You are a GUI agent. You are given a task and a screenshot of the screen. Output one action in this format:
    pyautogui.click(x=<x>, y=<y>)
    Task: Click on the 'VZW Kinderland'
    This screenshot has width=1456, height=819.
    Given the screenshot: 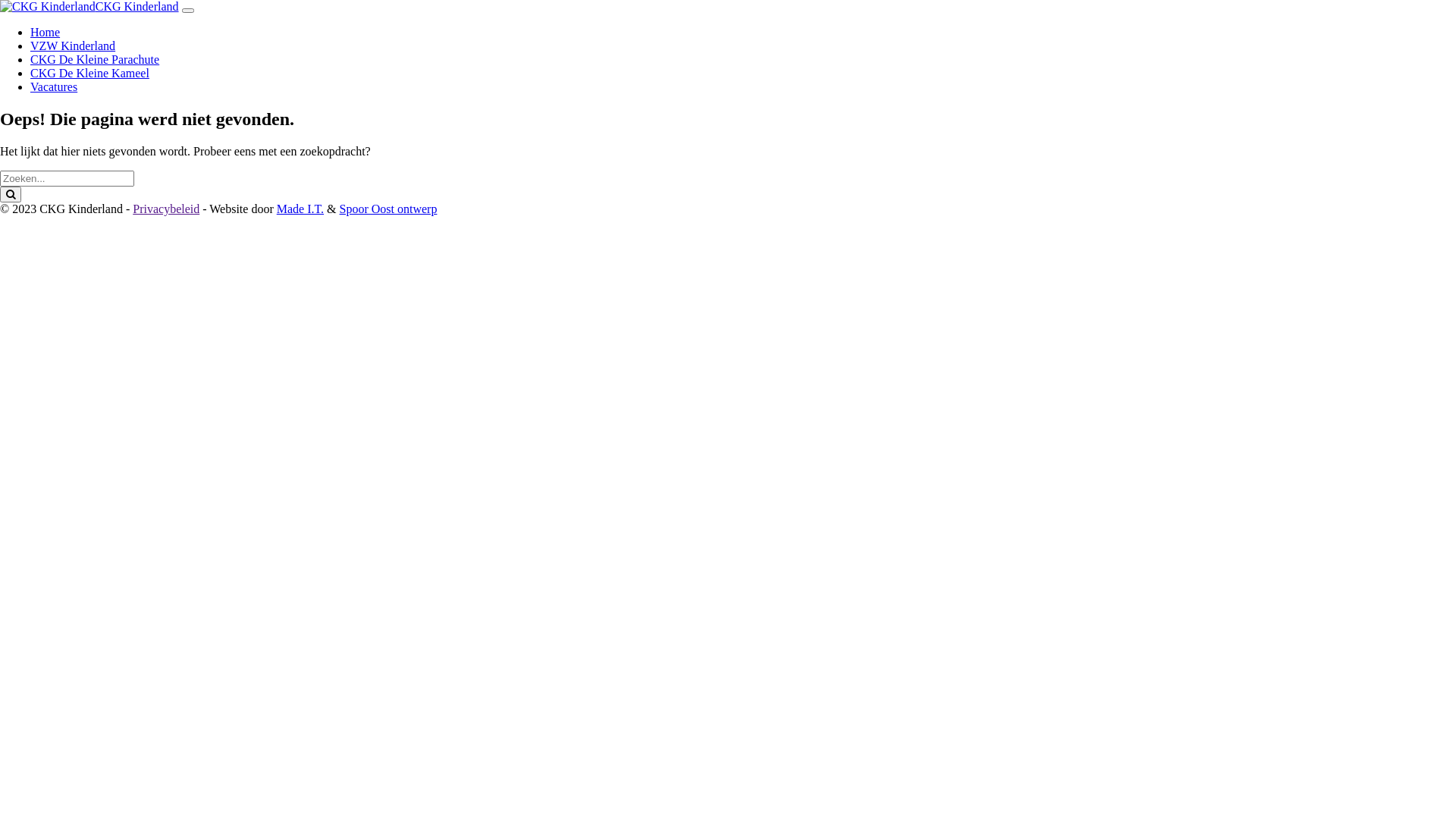 What is the action you would take?
    pyautogui.click(x=72, y=45)
    